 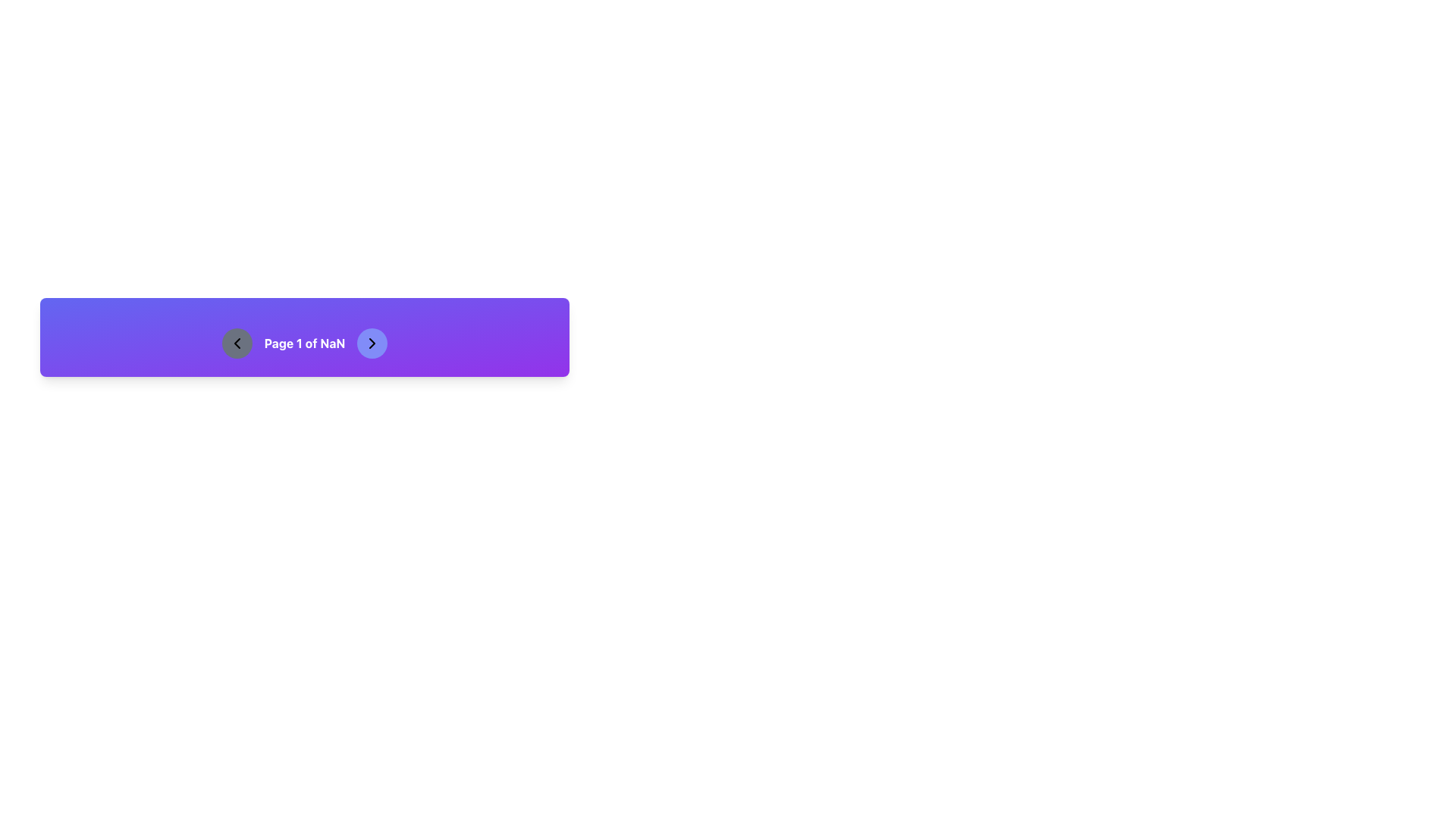 What do you see at coordinates (236, 343) in the screenshot?
I see `the left-pointing chevron icon located on the left side of the navigation bar` at bounding box center [236, 343].